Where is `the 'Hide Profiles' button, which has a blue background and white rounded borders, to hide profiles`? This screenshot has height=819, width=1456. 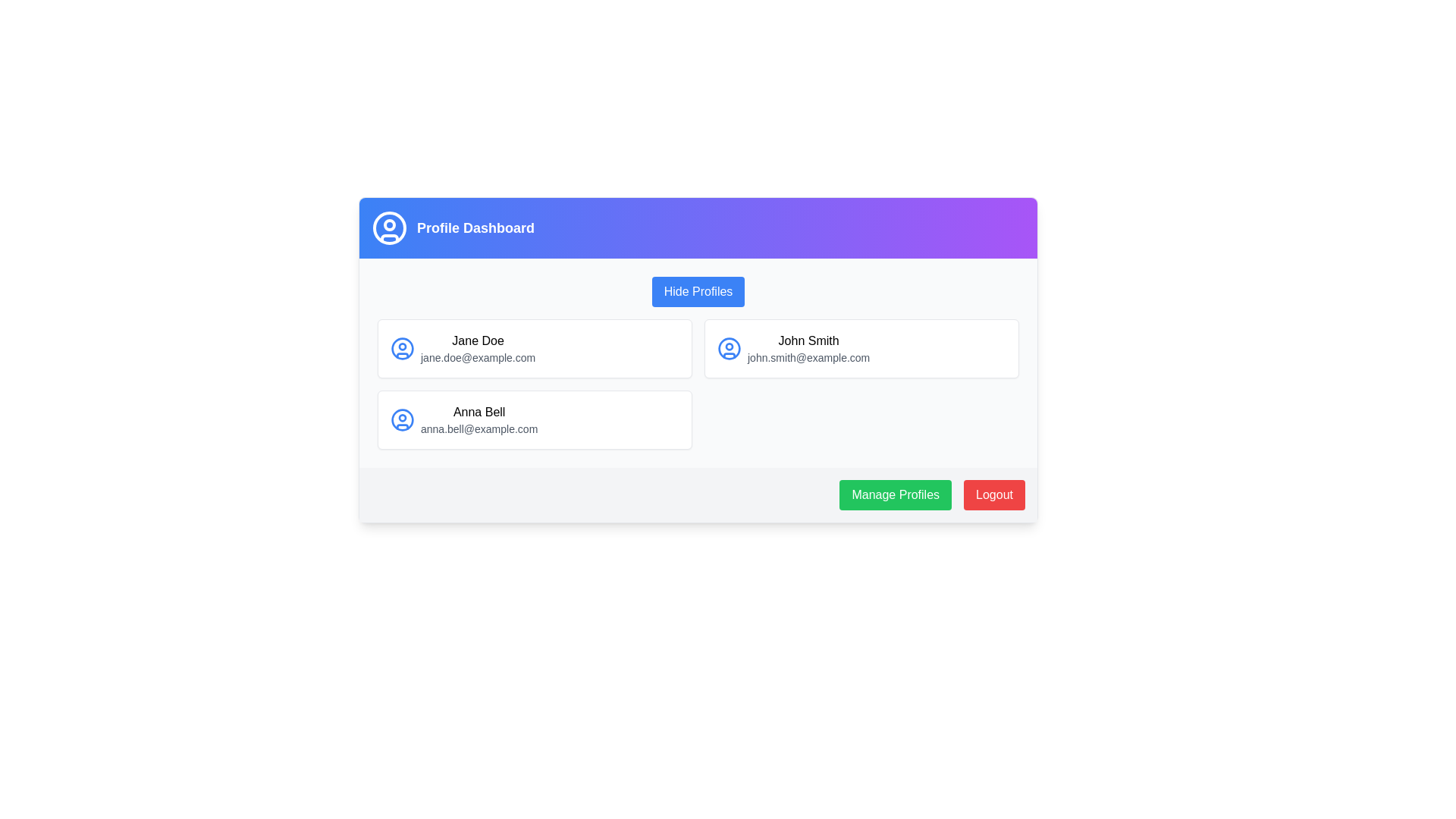
the 'Hide Profiles' button, which has a blue background and white rounded borders, to hide profiles is located at coordinates (698, 292).